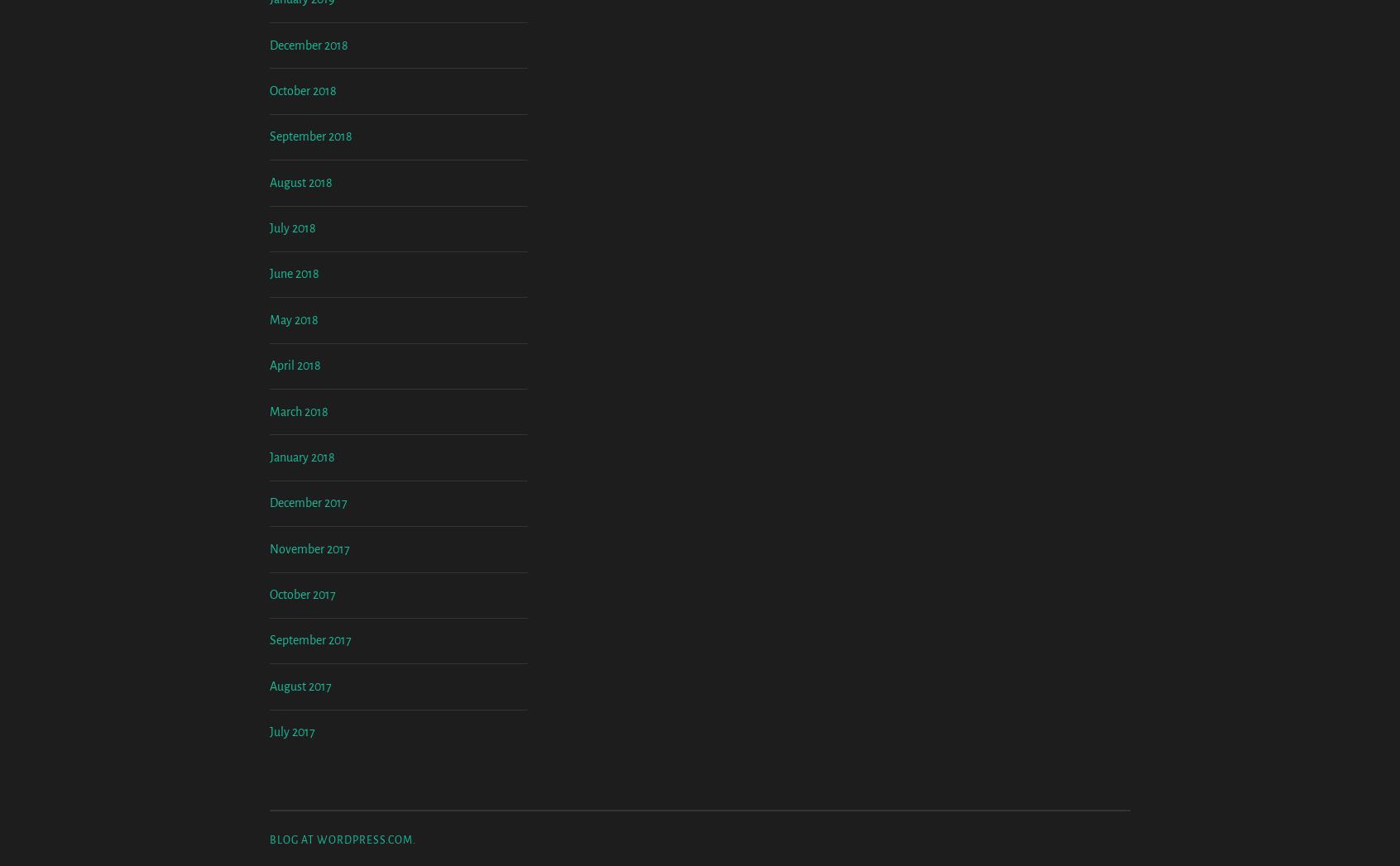 The width and height of the screenshot is (1400, 866). What do you see at coordinates (269, 639) in the screenshot?
I see `'December 2017'` at bounding box center [269, 639].